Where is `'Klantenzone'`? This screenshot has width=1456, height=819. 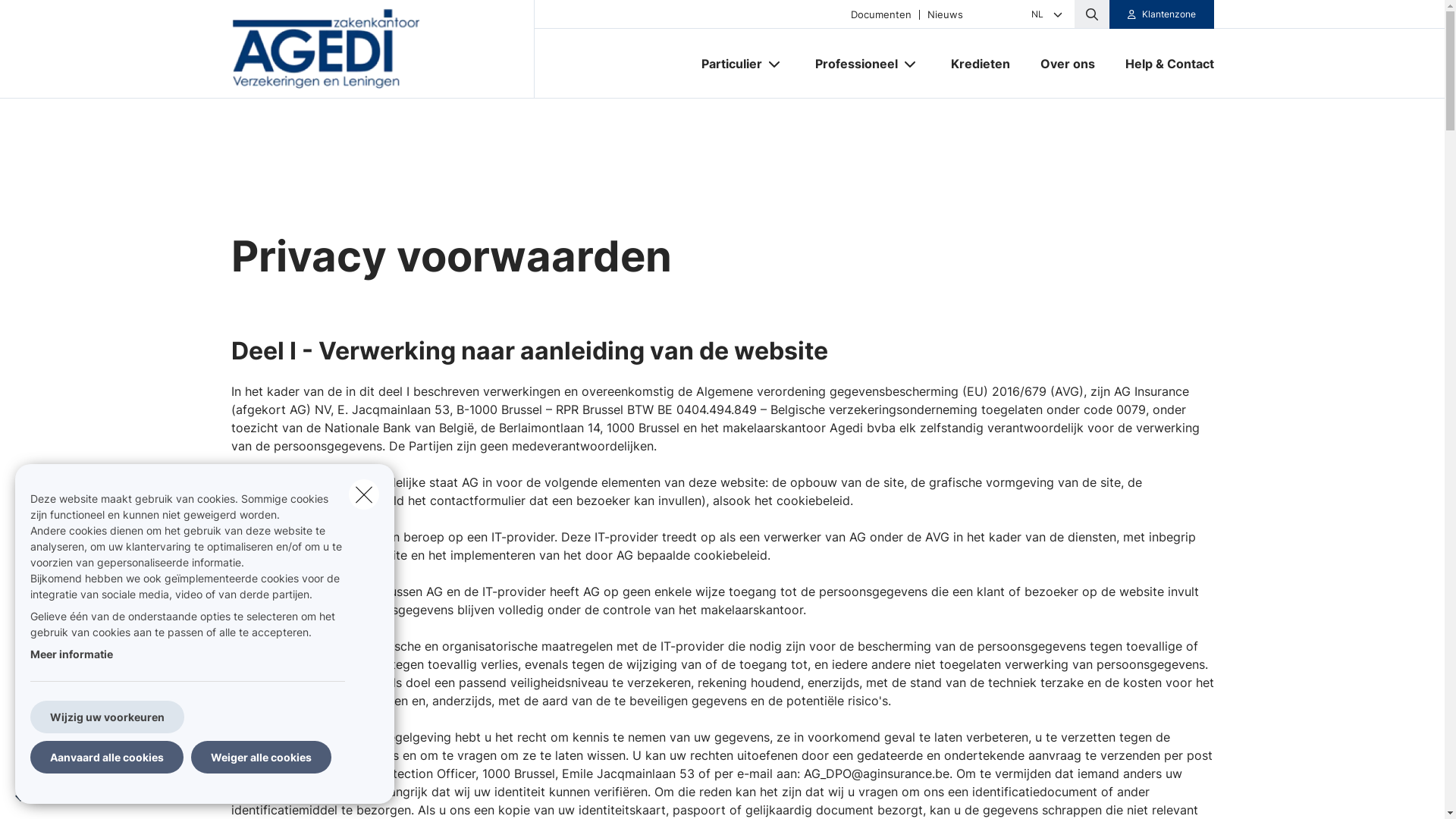 'Klantenzone' is located at coordinates (1160, 14).